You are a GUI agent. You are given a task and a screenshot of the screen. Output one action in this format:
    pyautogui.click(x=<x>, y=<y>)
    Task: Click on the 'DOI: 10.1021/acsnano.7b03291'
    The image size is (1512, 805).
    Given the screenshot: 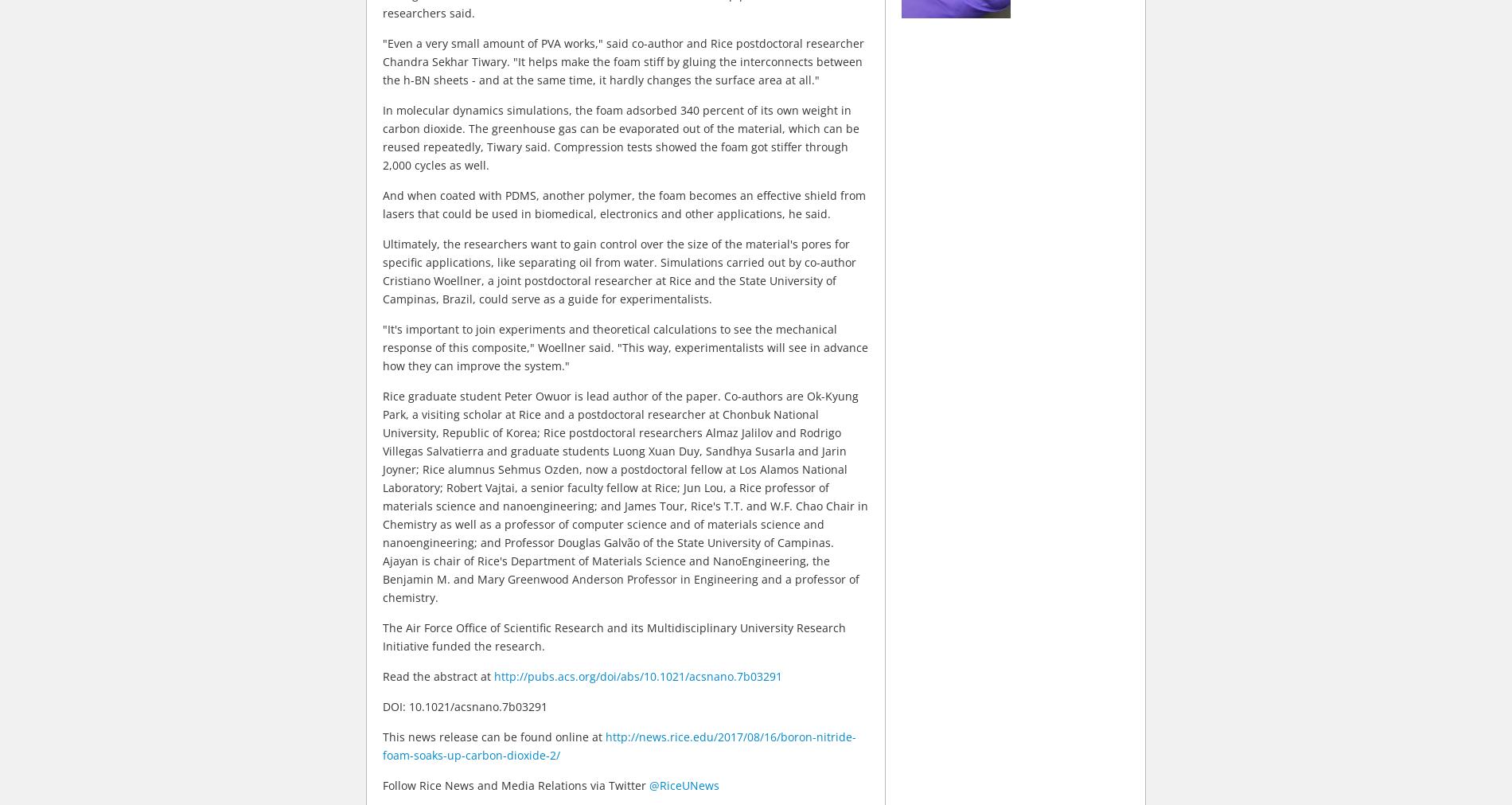 What is the action you would take?
    pyautogui.click(x=465, y=705)
    